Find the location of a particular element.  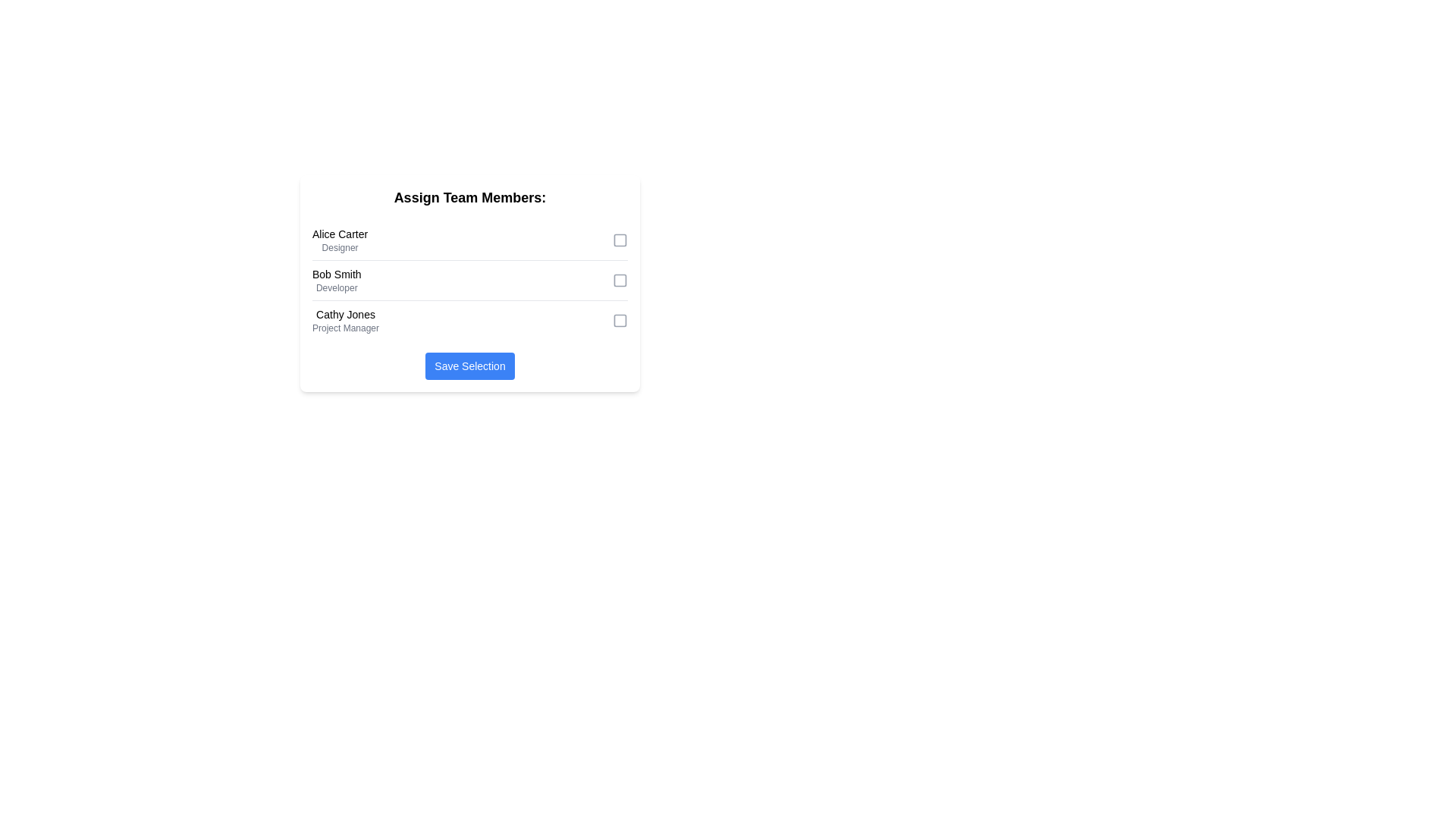

the text label displaying 'Cathy Jones' and the role 'Project Manager', which is the third item in the vertical list of team members is located at coordinates (345, 320).